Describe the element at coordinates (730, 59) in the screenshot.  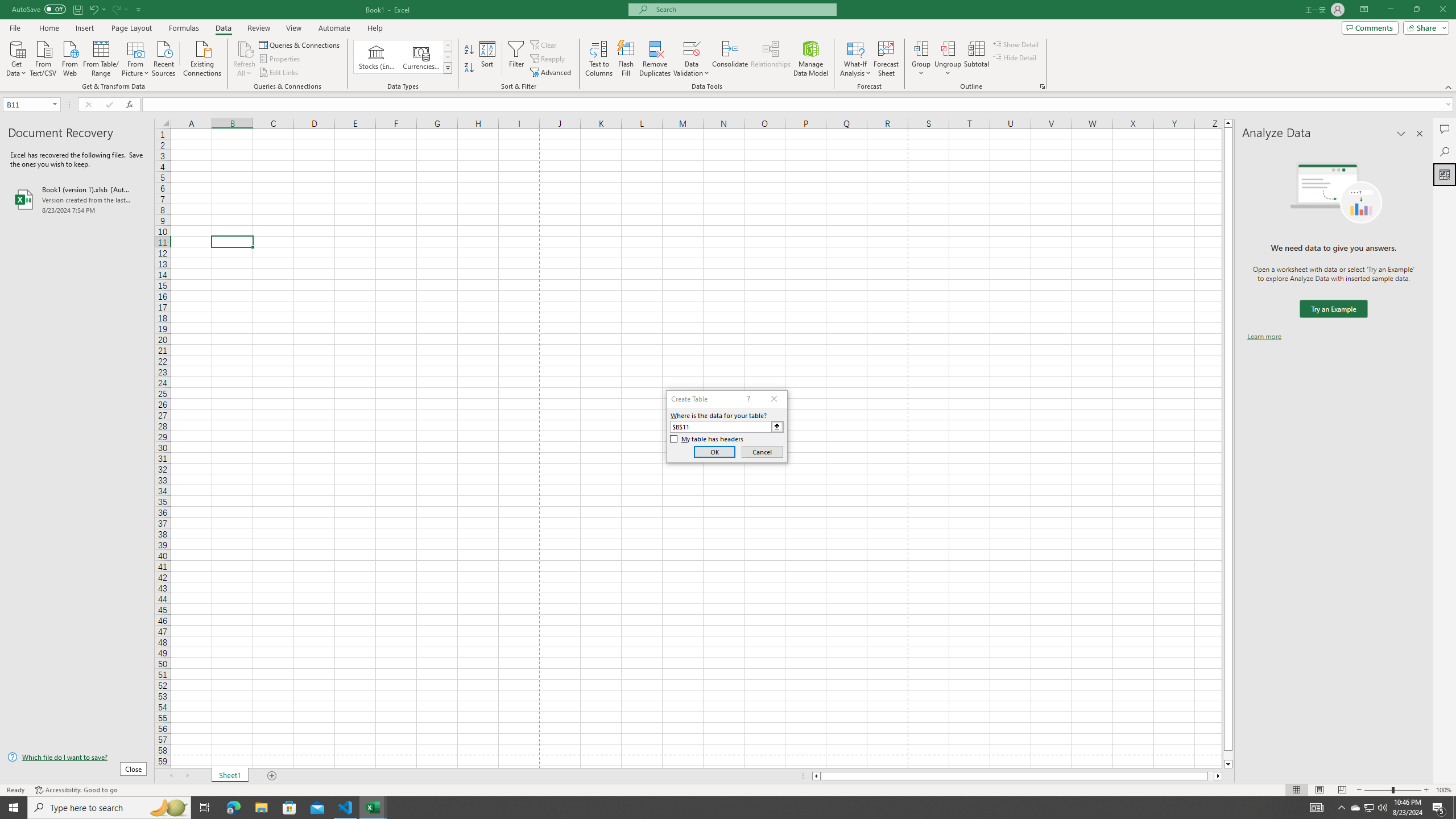
I see `'Consolidate...'` at that location.